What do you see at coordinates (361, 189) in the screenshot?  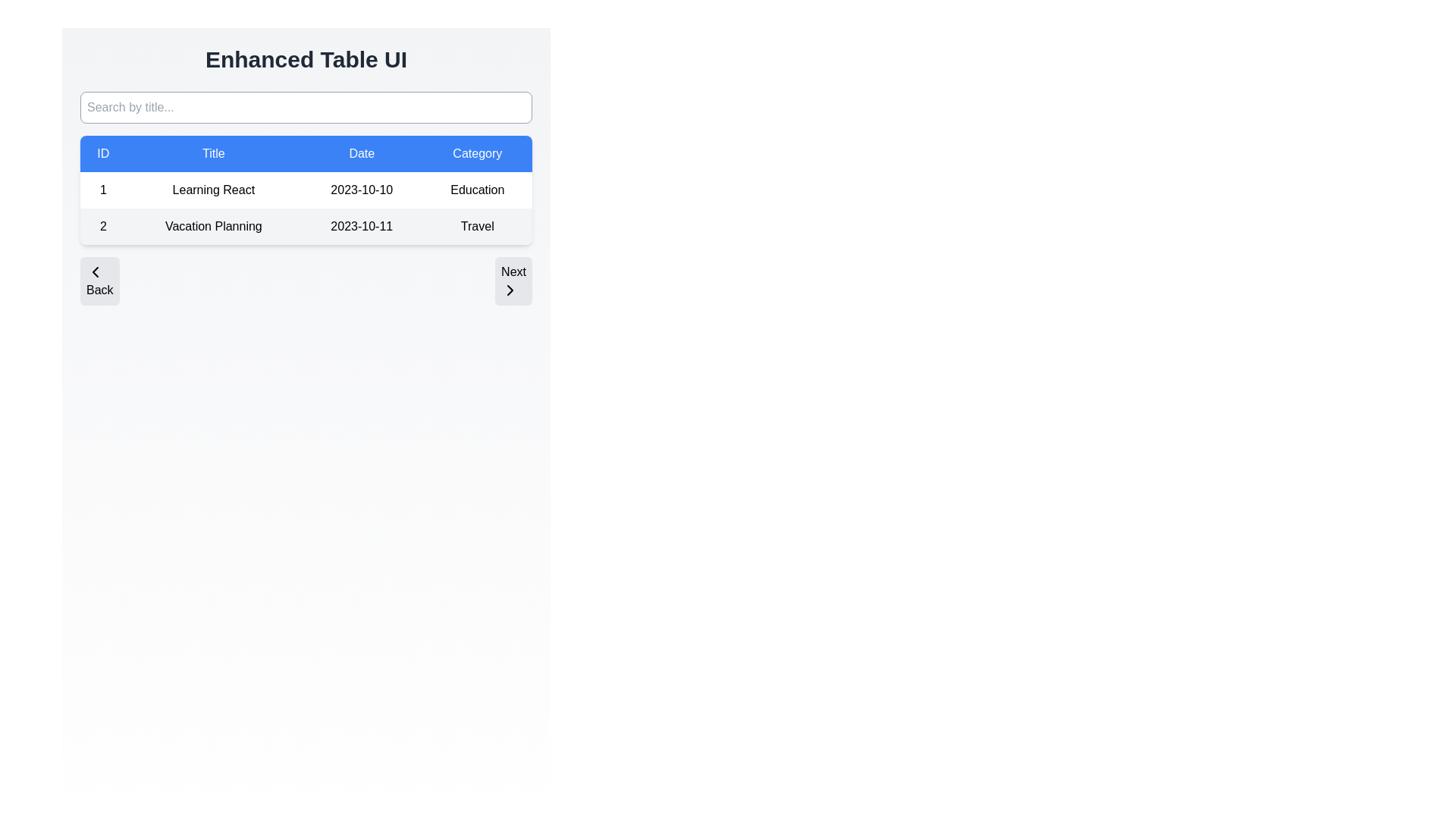 I see `the text label displaying '2023-10-10'` at bounding box center [361, 189].